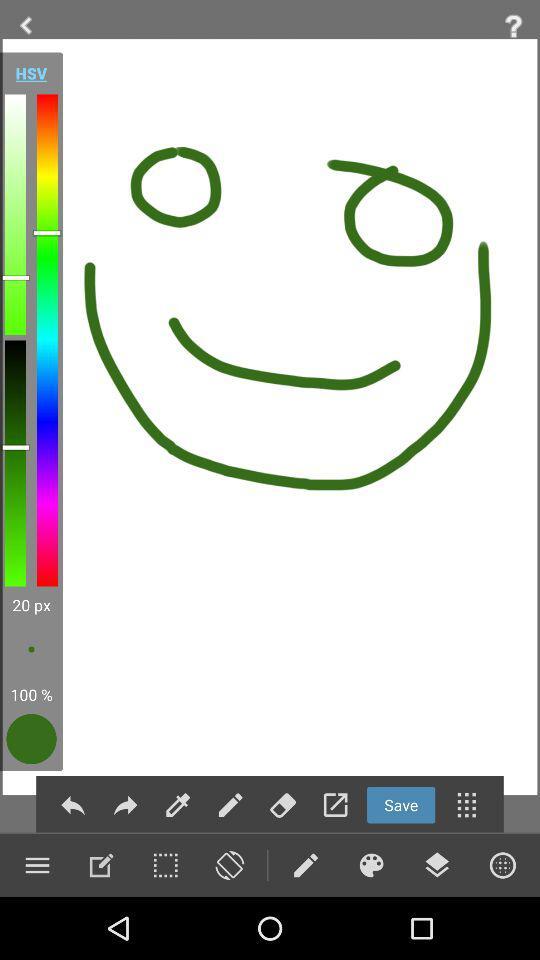 The width and height of the screenshot is (540, 960). I want to click on the edit icon, so click(305, 864).